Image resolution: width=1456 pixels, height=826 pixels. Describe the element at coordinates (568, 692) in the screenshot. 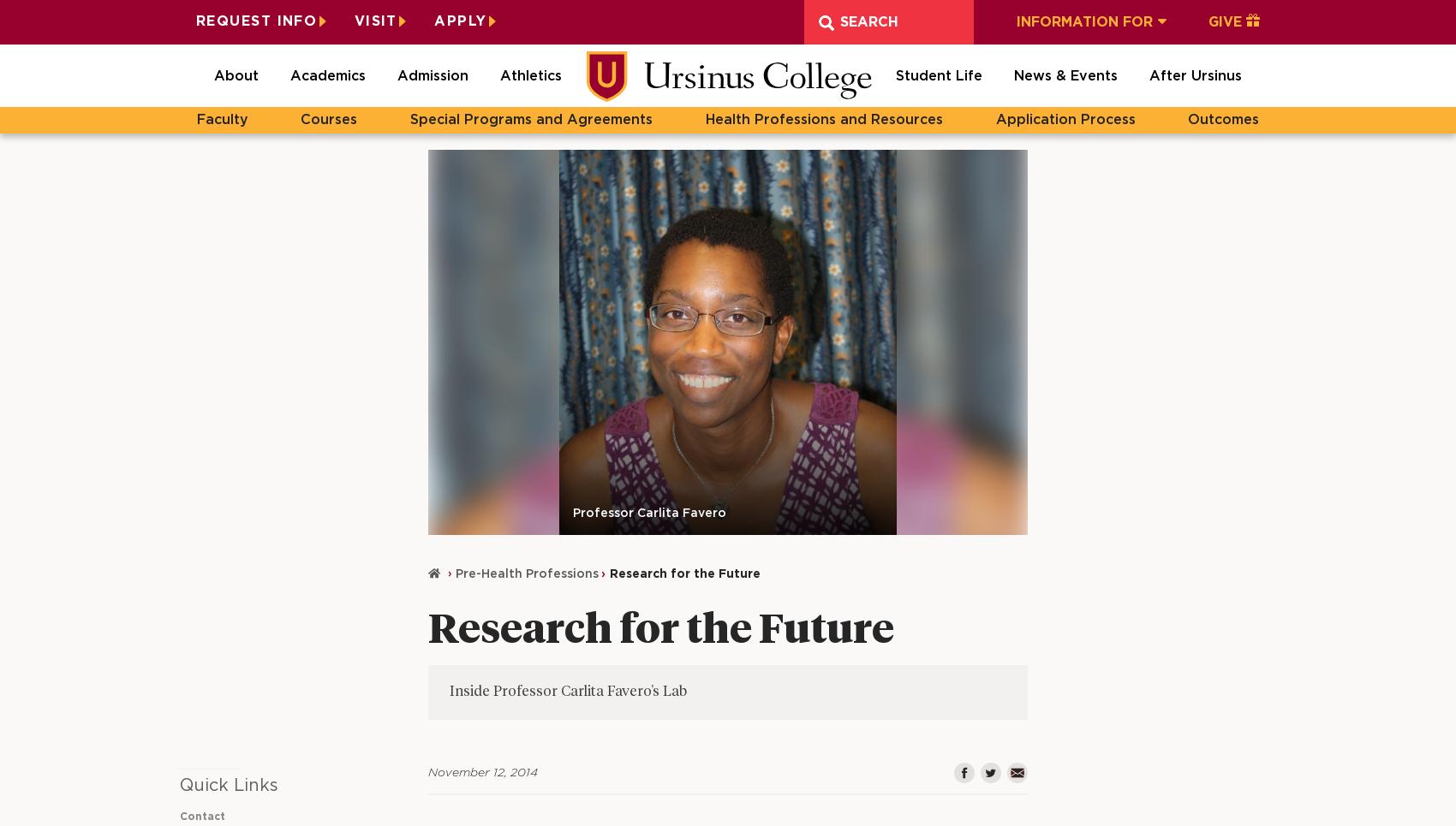

I see `'Inside Professor Carlita Favero’s Lab'` at that location.